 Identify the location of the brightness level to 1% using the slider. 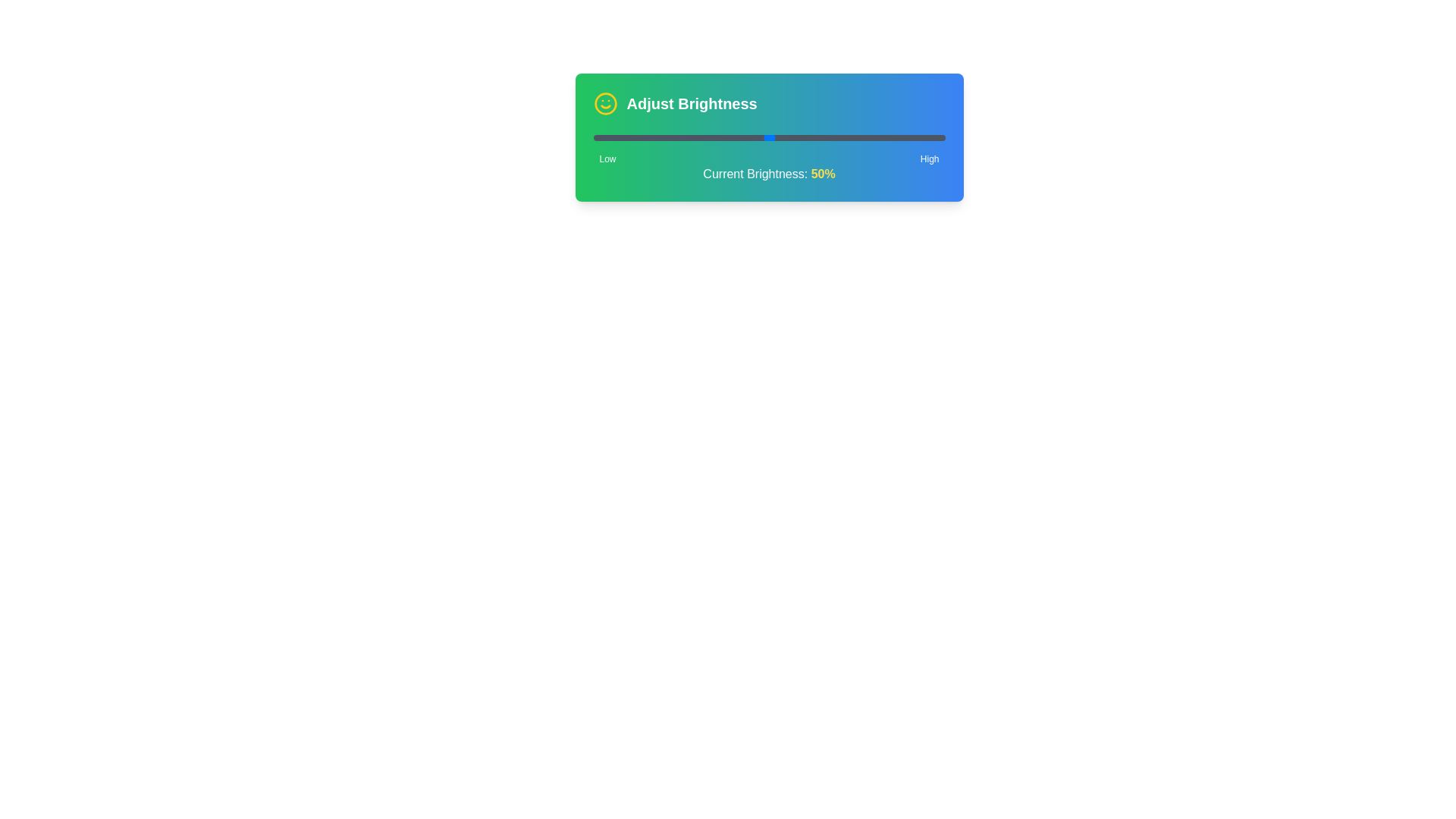
(596, 137).